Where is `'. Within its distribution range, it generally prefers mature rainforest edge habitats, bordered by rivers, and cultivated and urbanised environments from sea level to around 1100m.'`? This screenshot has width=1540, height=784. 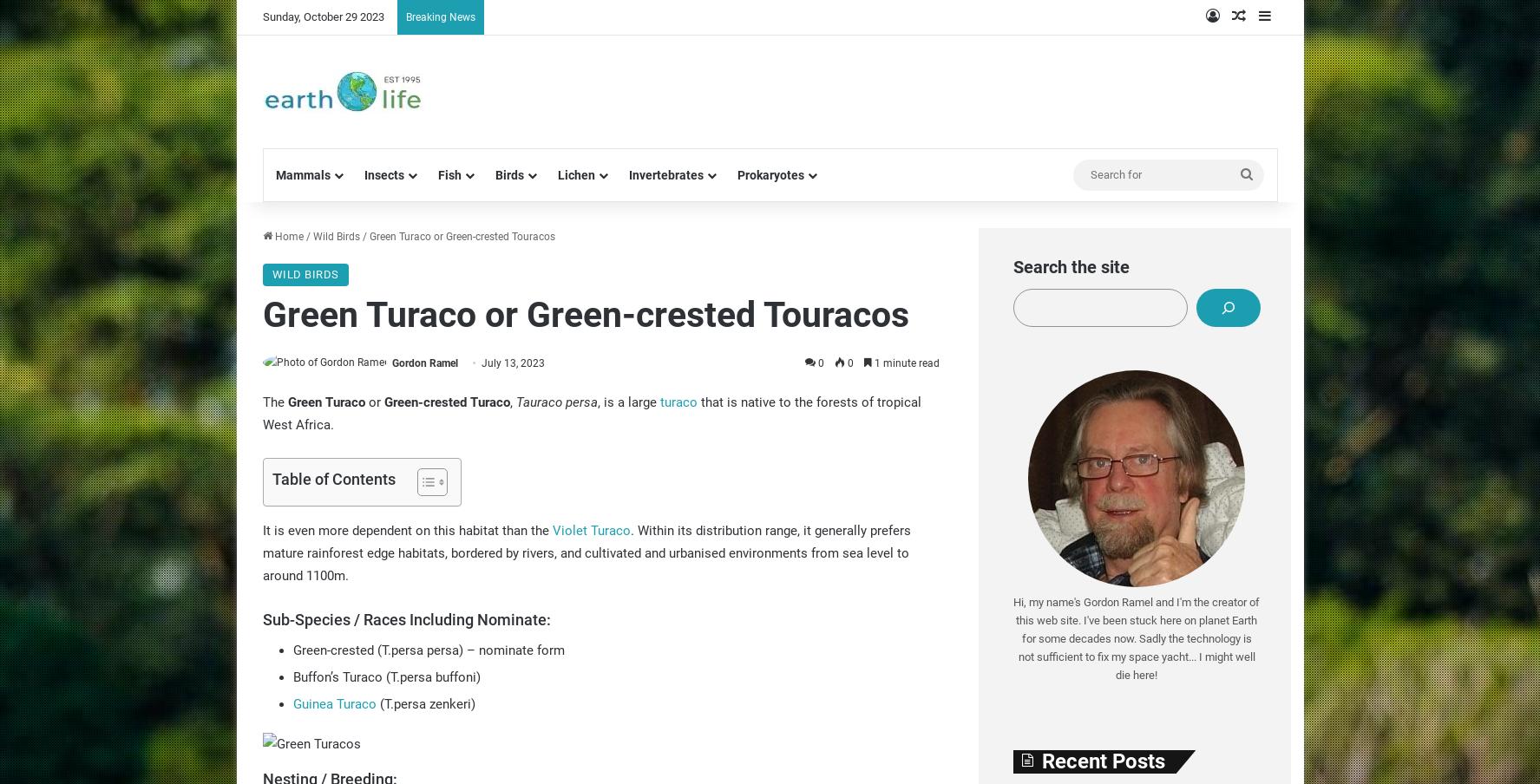 '. Within its distribution range, it generally prefers mature rainforest edge habitats, bordered by rivers, and cultivated and urbanised environments from sea level to around 1100m.' is located at coordinates (585, 553).